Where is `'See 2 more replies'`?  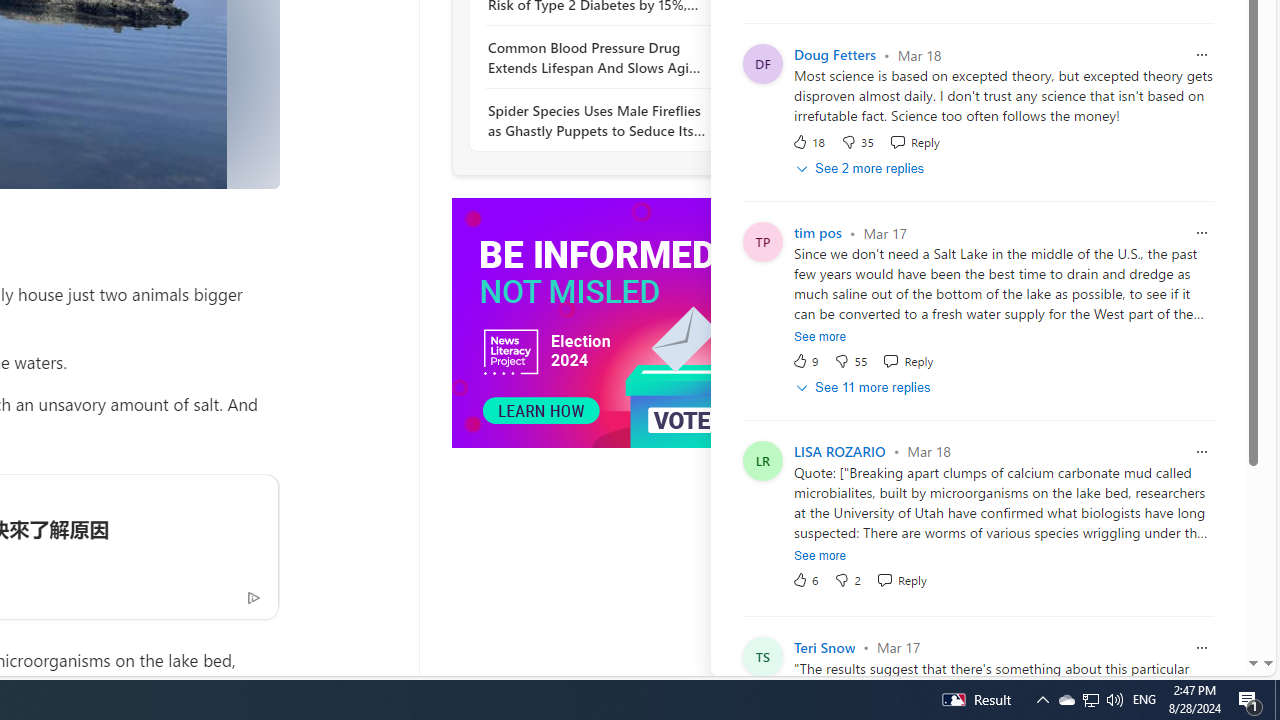 'See 2 more replies' is located at coordinates (862, 168).